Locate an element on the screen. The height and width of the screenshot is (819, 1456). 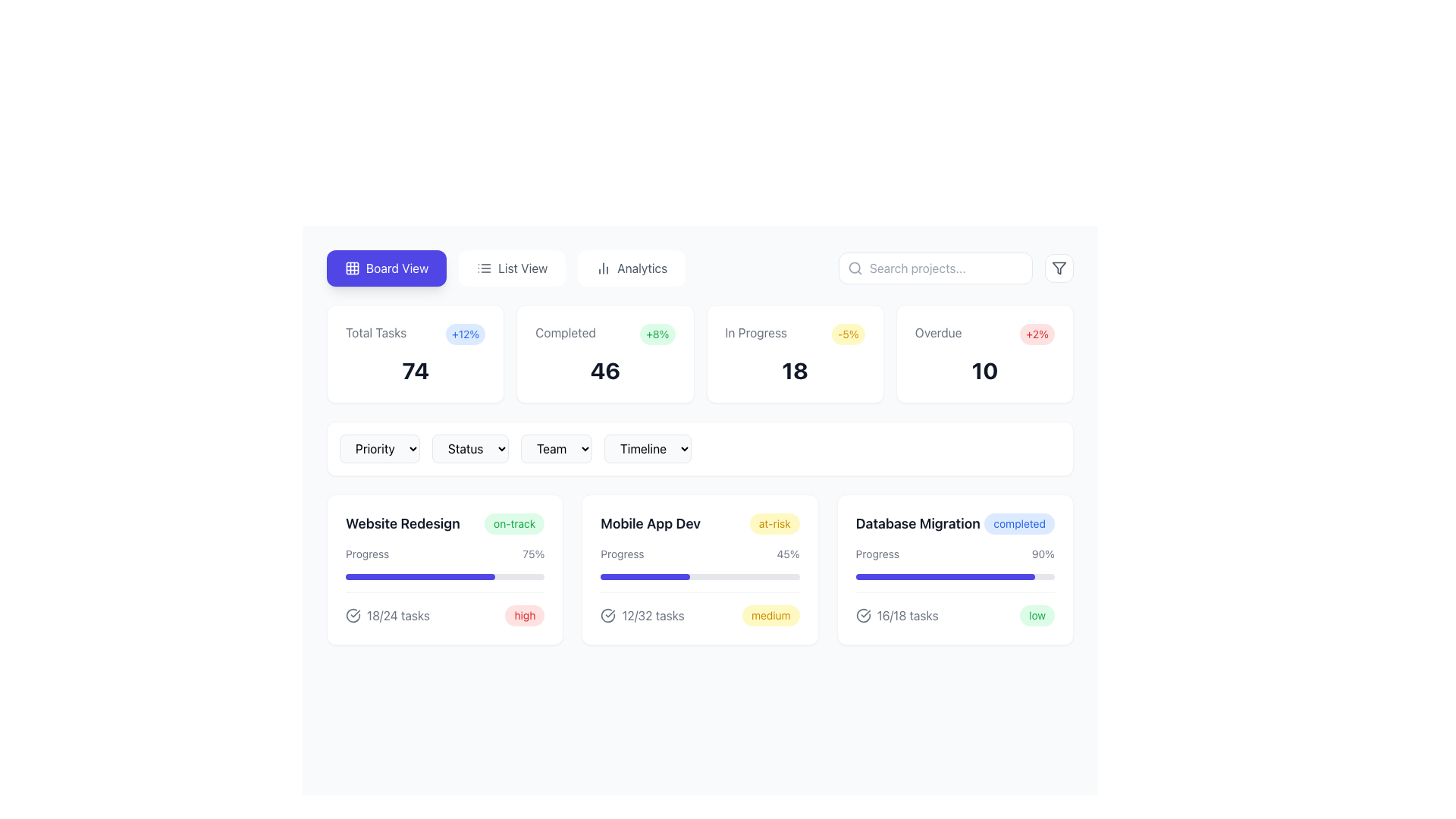
the 'Progress' text label, which is a standard sans-serif font in gray, located in the bottom-right area of the 'Database Migration' card, above the blue progress bar and preceding the '90%' label is located at coordinates (877, 554).